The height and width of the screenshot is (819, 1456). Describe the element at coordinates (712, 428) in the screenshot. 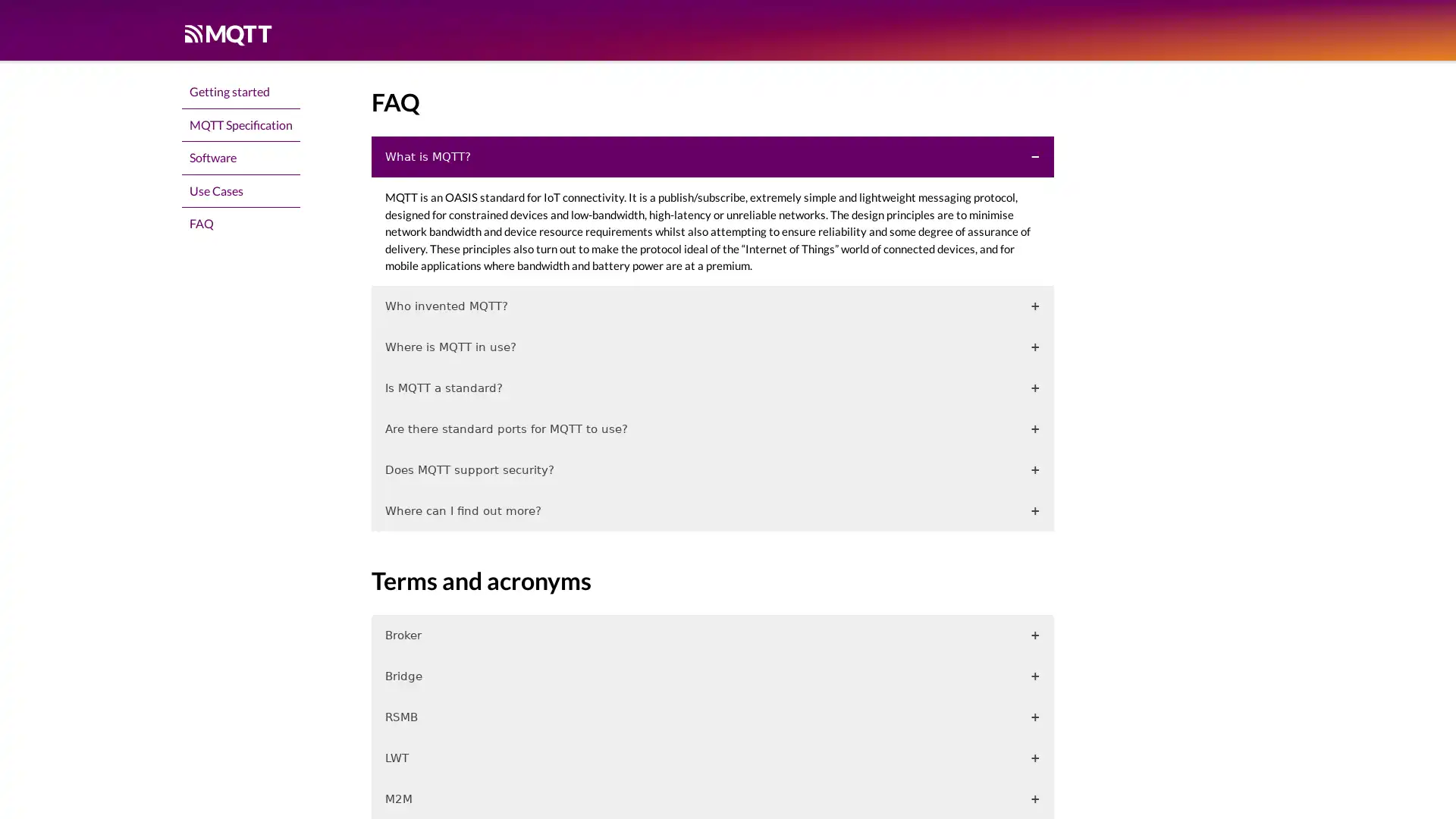

I see `Are there standard ports for MQTT to use? +` at that location.